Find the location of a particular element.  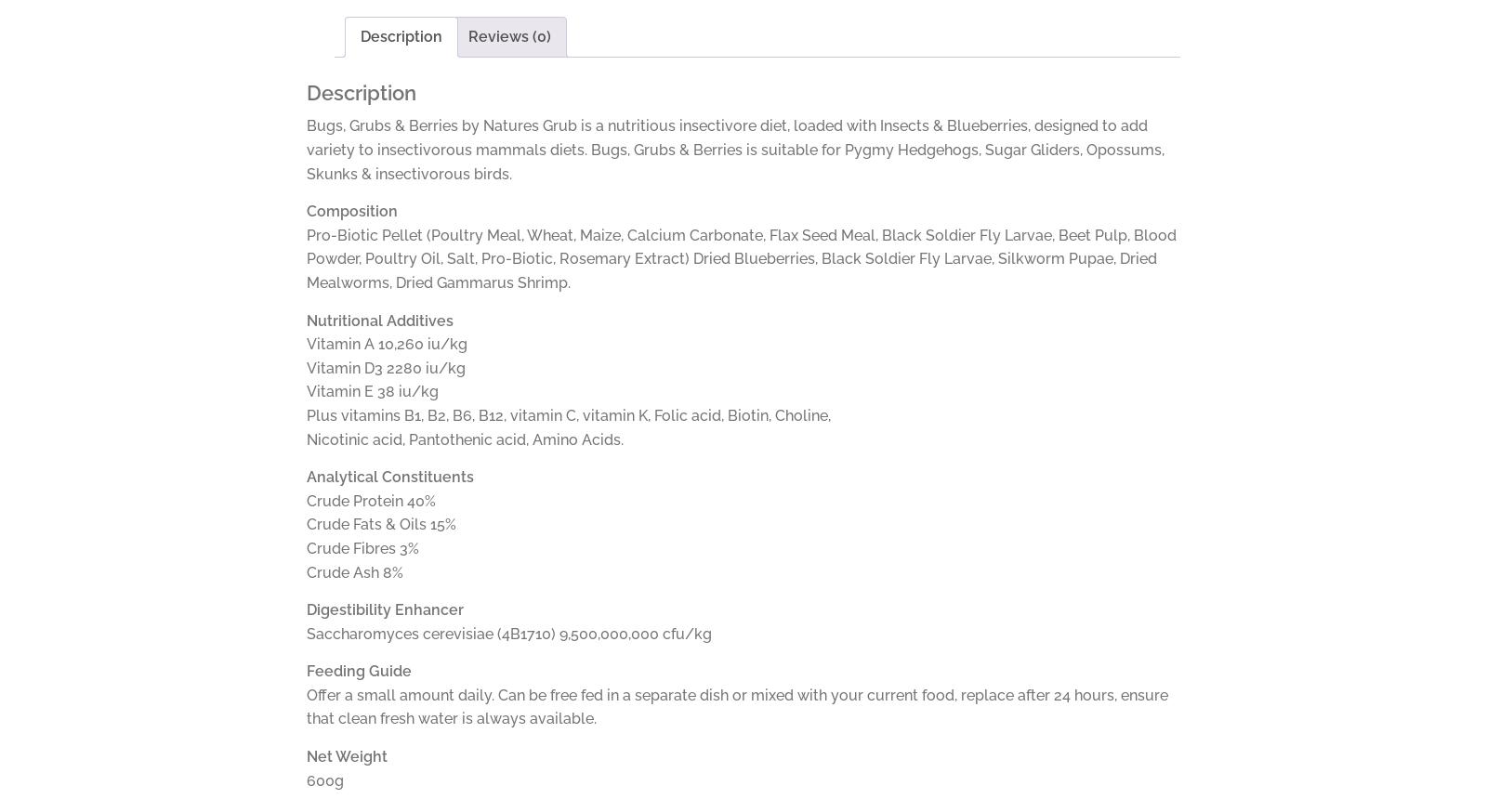

'Crude Fibres 3%' is located at coordinates (362, 546).